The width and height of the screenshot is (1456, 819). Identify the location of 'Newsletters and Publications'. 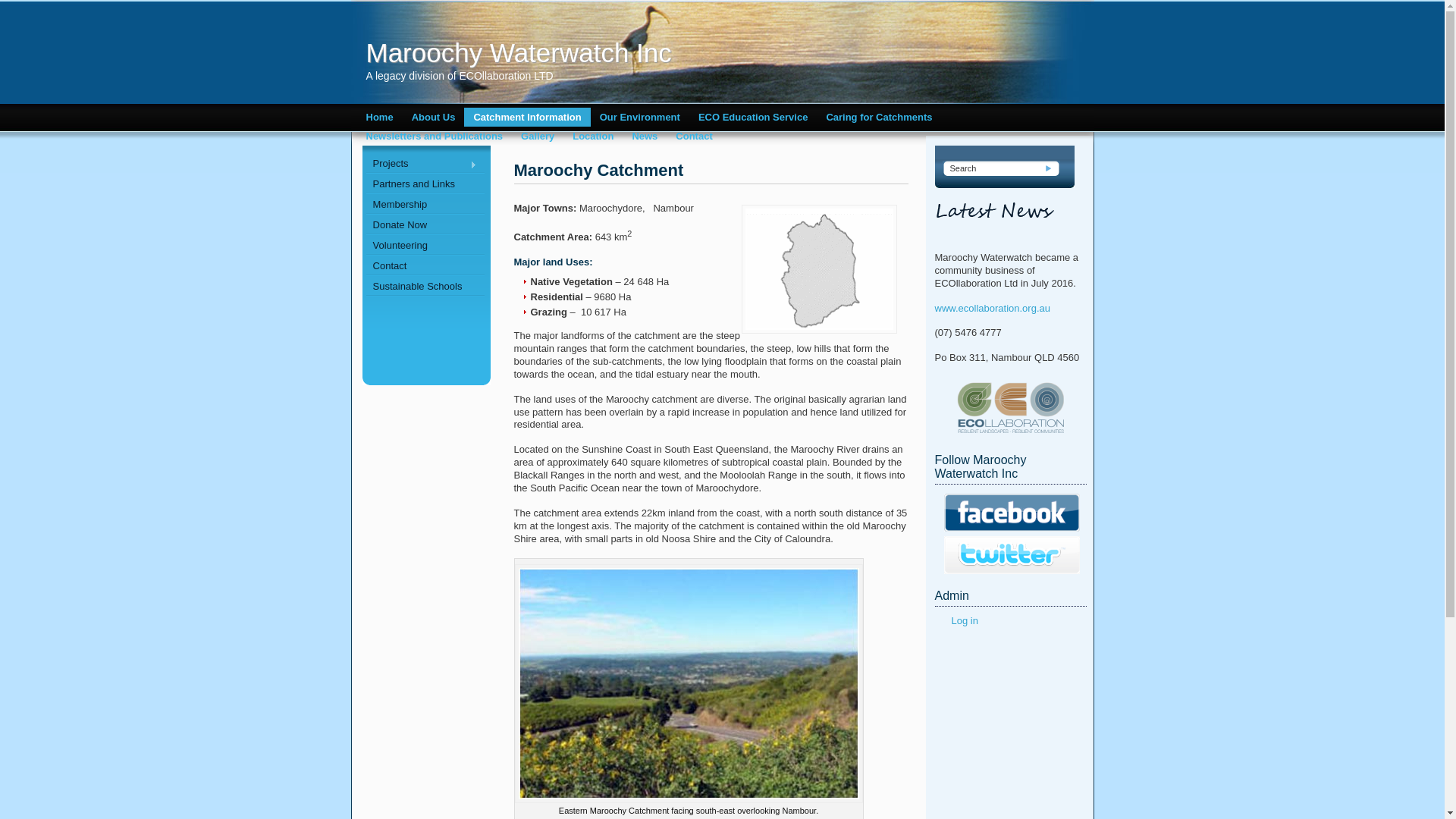
(433, 135).